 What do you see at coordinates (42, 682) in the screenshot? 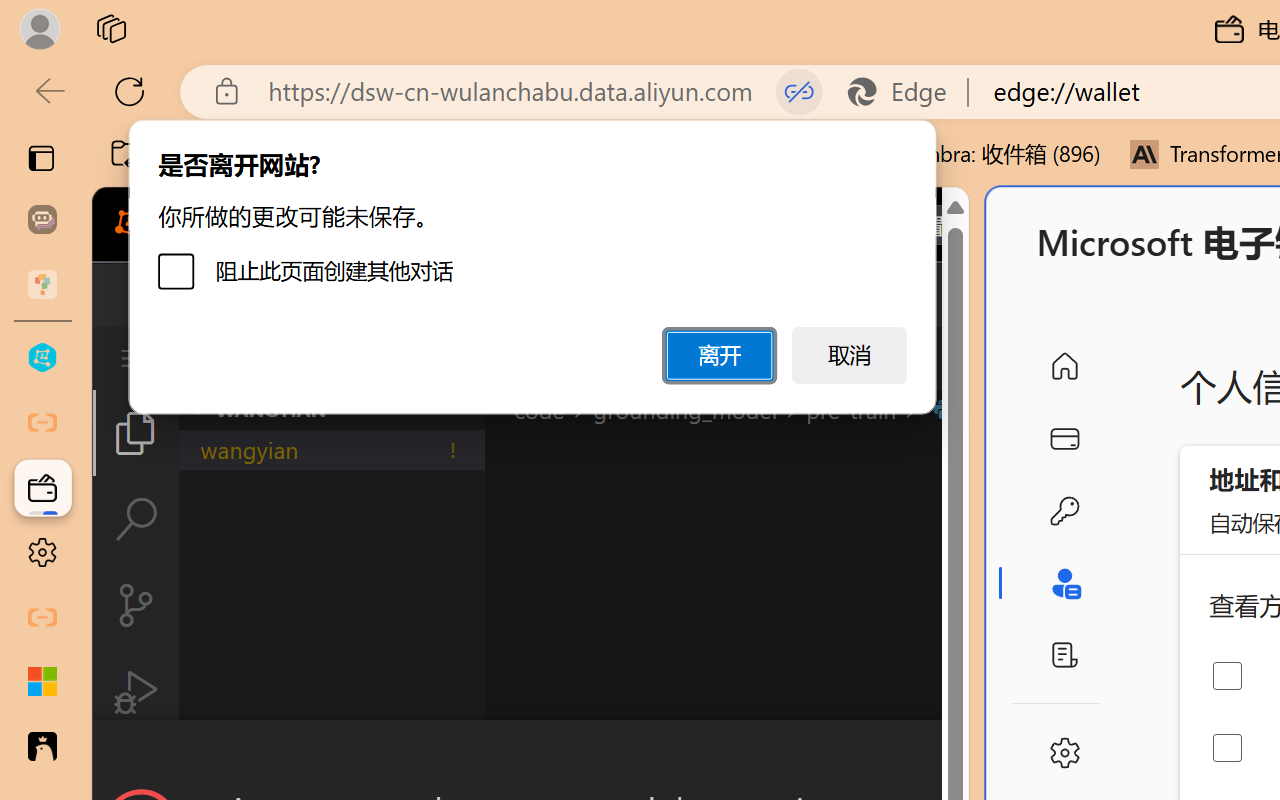
I see `'Adjust indents and spacing - Microsoft Support'` at bounding box center [42, 682].